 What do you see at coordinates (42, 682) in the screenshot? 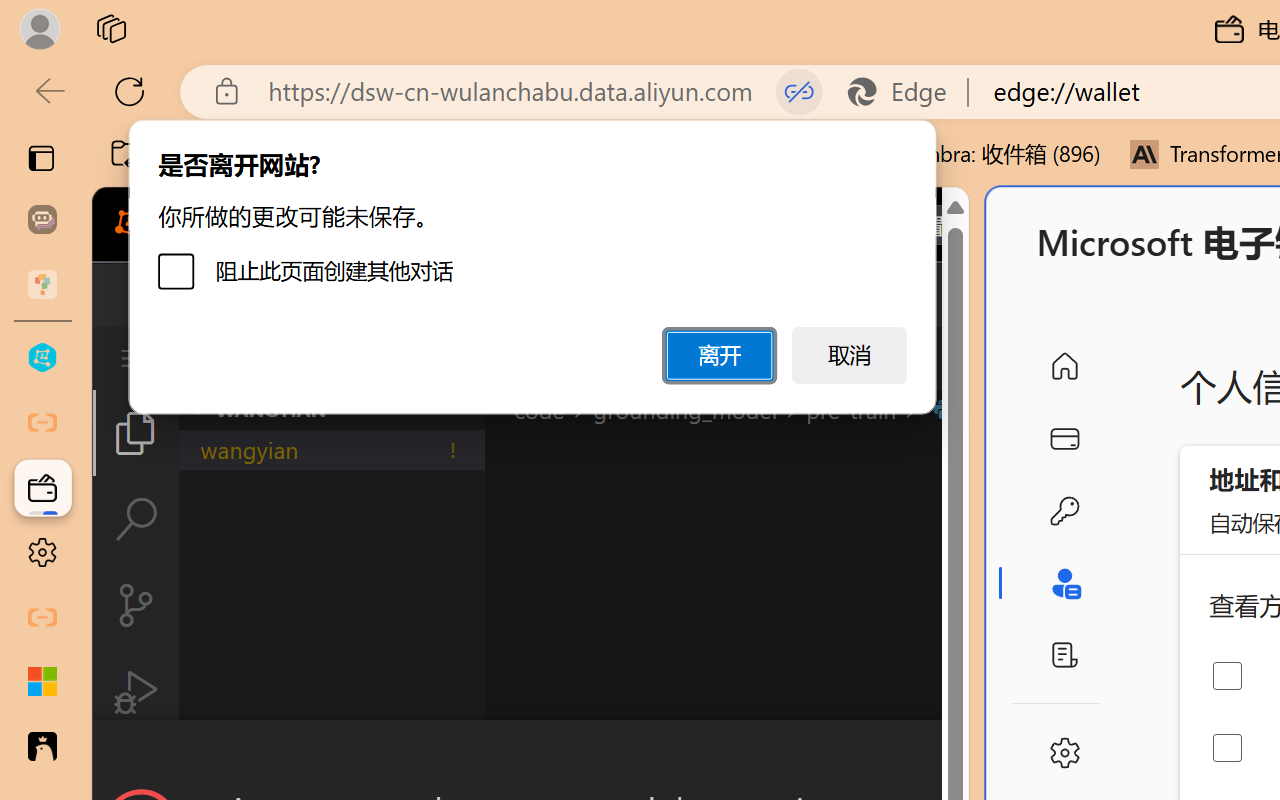
I see `'Adjust indents and spacing - Microsoft Support'` at bounding box center [42, 682].